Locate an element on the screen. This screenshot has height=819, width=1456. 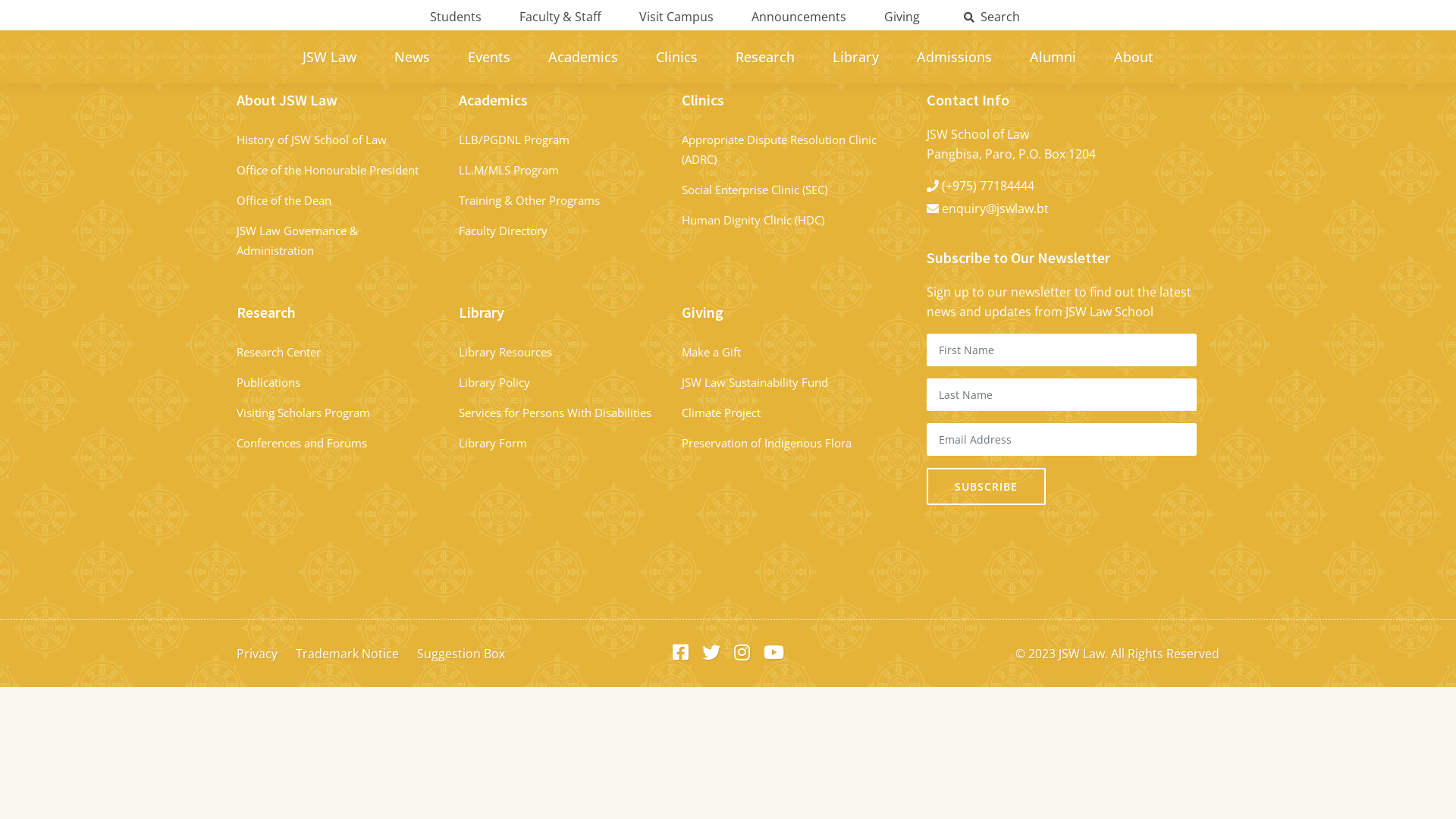
'Preservation of Indigenous Flora' is located at coordinates (767, 442).